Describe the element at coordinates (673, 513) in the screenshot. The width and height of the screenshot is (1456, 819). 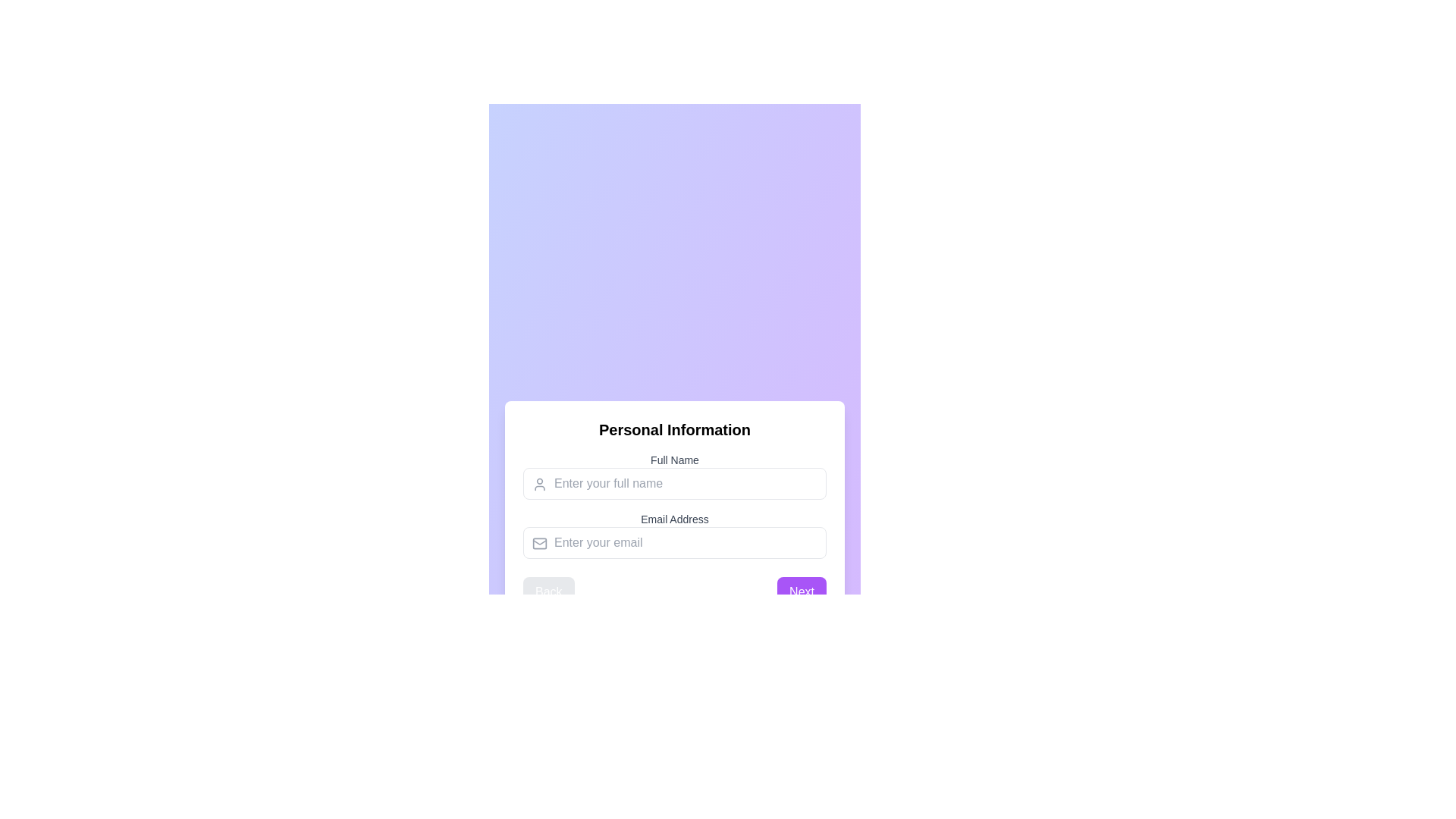
I see `the 'Email Address' input field in the white rectangular card titled 'Personal Information' to type in an email` at that location.